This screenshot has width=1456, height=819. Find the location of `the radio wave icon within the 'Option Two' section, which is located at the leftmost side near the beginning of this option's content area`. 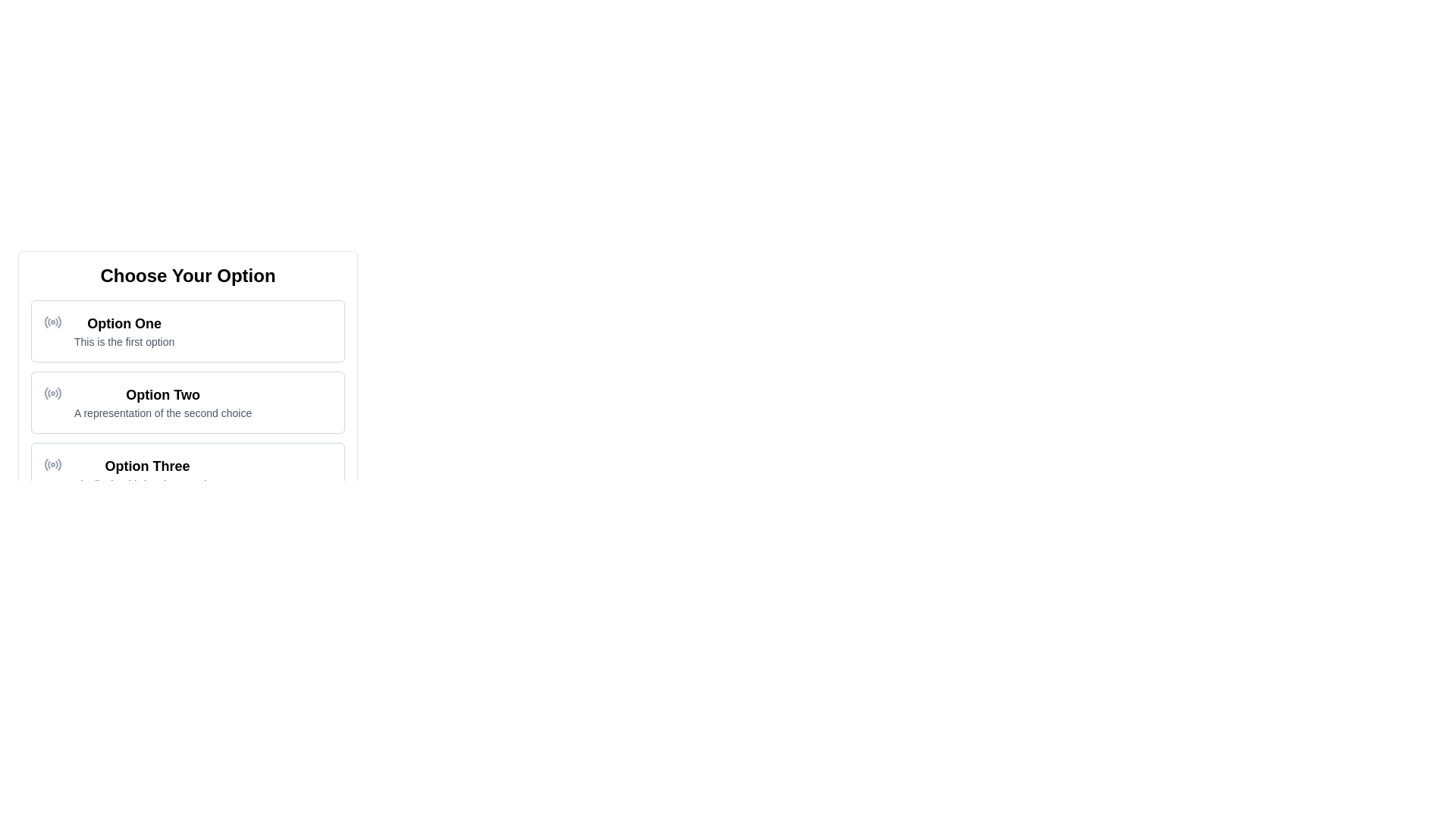

the radio wave icon within the 'Option Two' section, which is located at the leftmost side near the beginning of this option's content area is located at coordinates (53, 393).